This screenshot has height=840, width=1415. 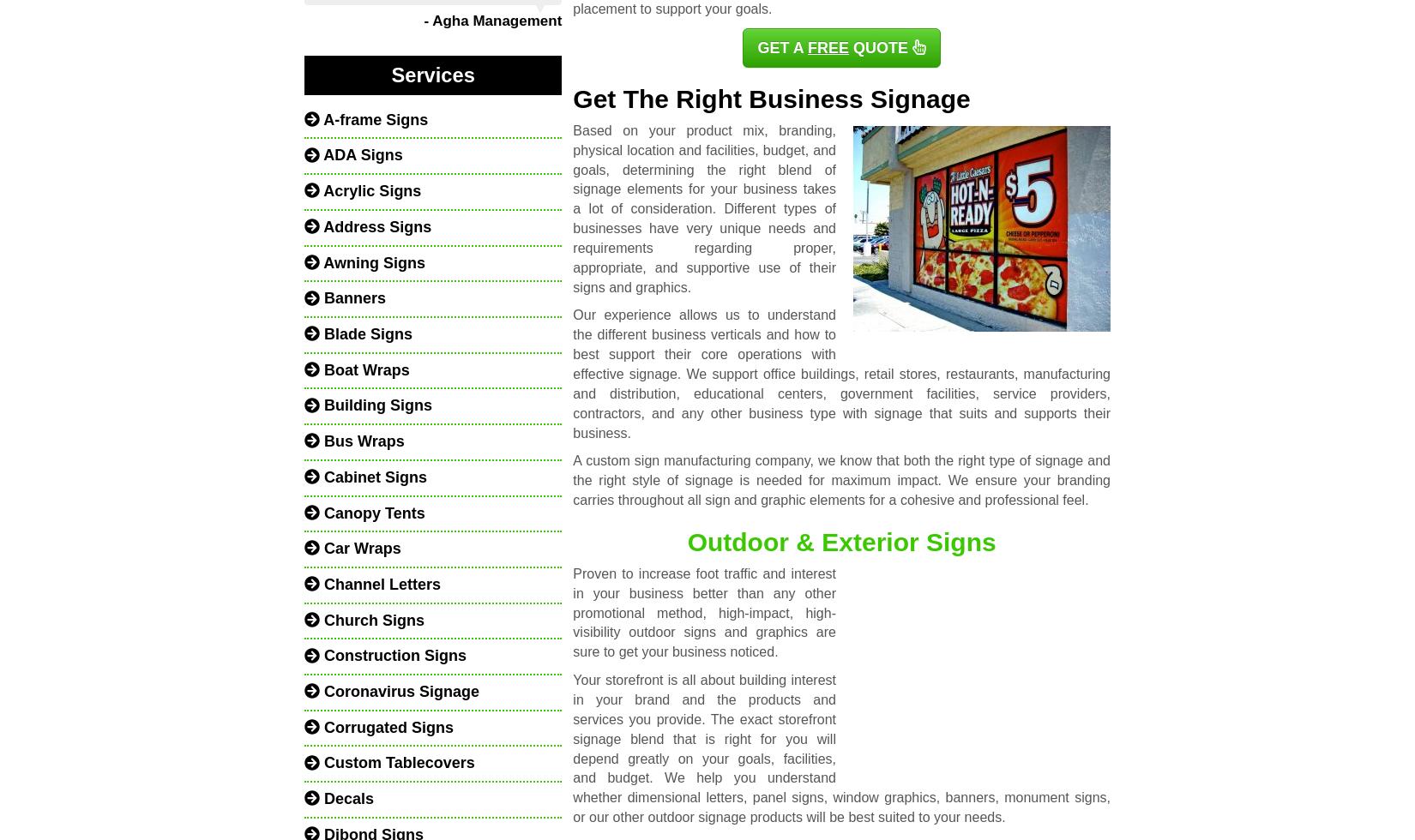 What do you see at coordinates (840, 748) in the screenshot?
I see `'Your storefront is all about building interest in your brand and the products and services you provide. The exact storefront signage blend that is right for you will depend greatly on your goals, facilities, and budget. We help you understand whether dimensional letters, panel signs, window graphics, banners, monument signs, or our other outdoor signage products will be best suited to your needs.'` at bounding box center [840, 748].